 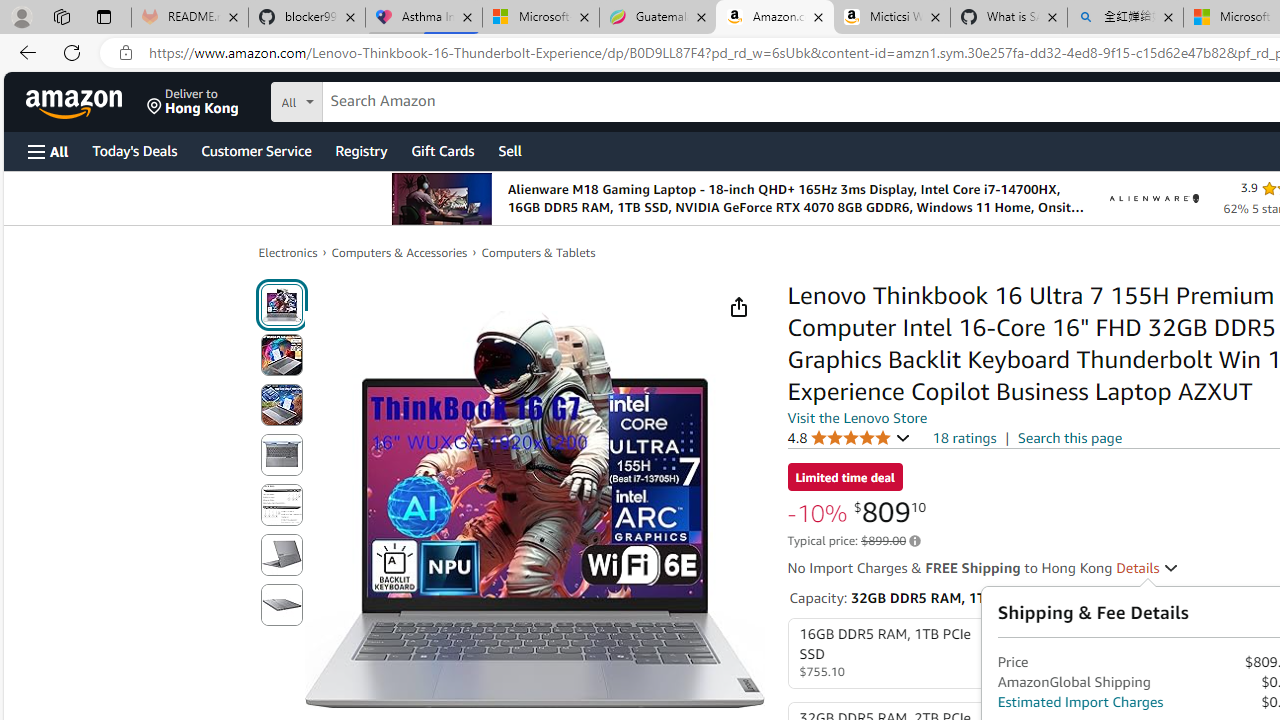 What do you see at coordinates (48, 150) in the screenshot?
I see `'Open Menu'` at bounding box center [48, 150].